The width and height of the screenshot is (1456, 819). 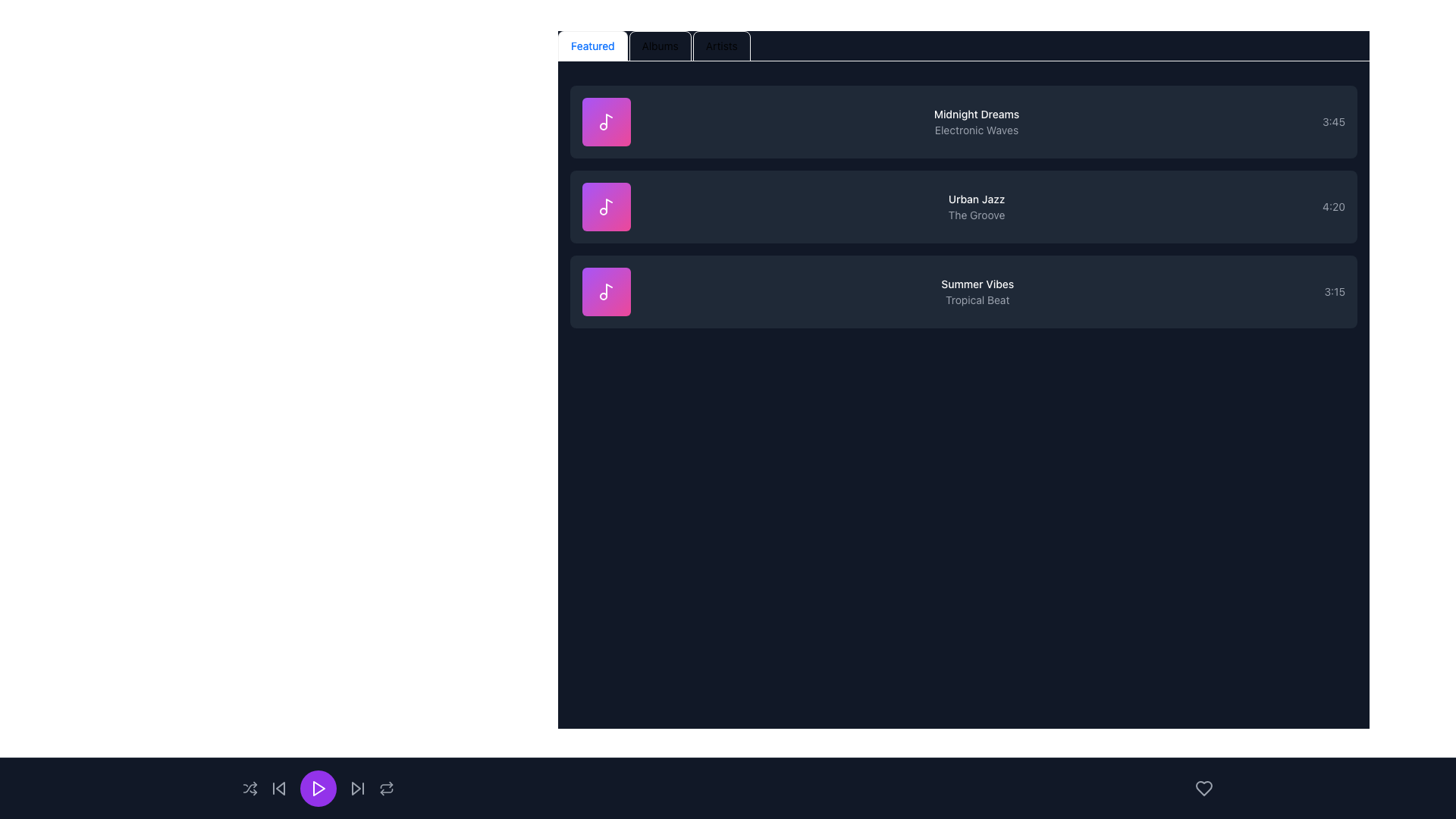 What do you see at coordinates (977, 292) in the screenshot?
I see `the text block displaying 'Summer Vibes' and 'Tropical Beat', which is centrally aligned against a dark background and positioned to the right of a square icon with a purple-pink gradient` at bounding box center [977, 292].